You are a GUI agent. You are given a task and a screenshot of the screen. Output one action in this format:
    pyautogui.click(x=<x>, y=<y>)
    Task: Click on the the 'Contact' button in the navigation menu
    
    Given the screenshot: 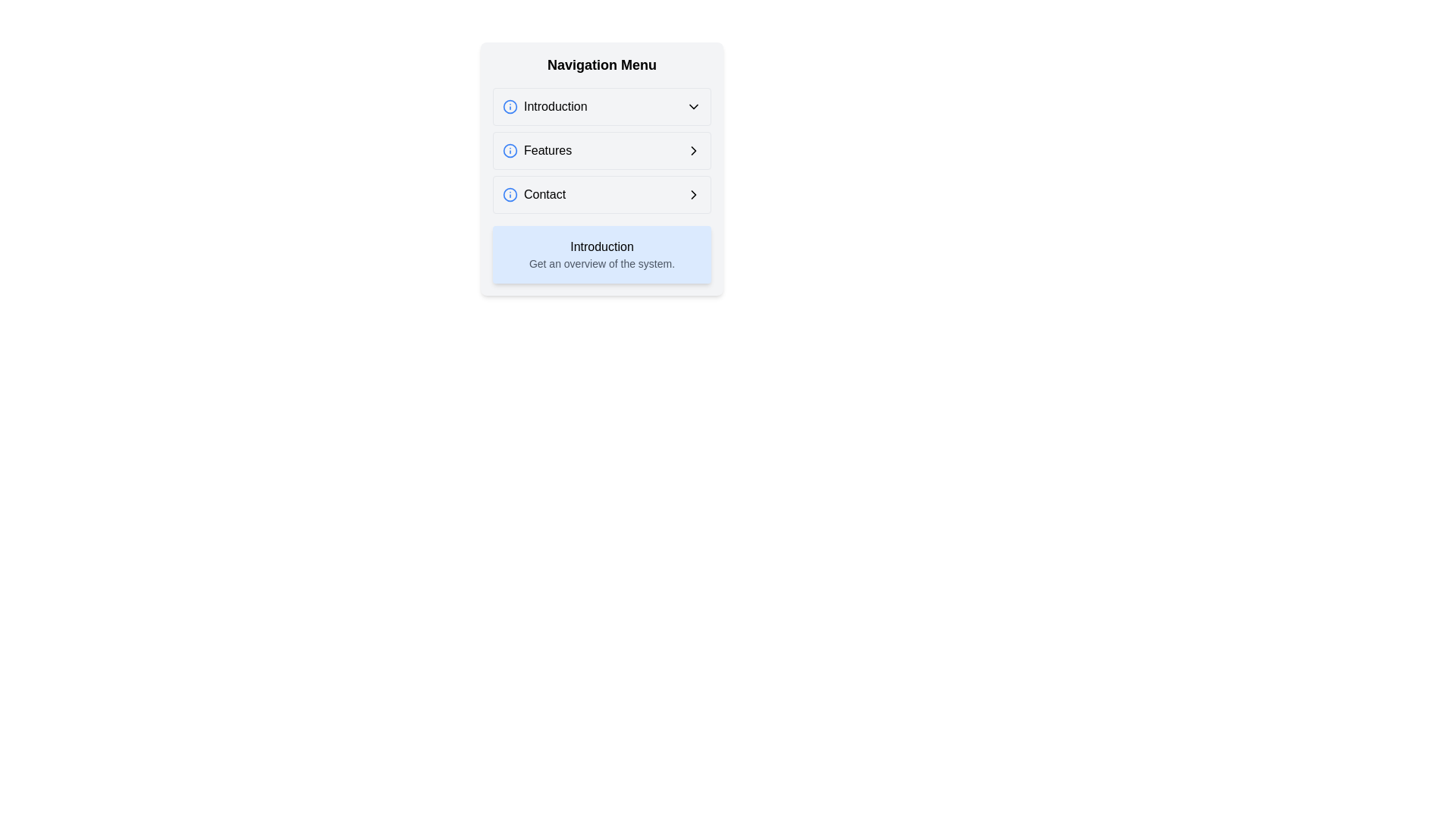 What is the action you would take?
    pyautogui.click(x=601, y=194)
    